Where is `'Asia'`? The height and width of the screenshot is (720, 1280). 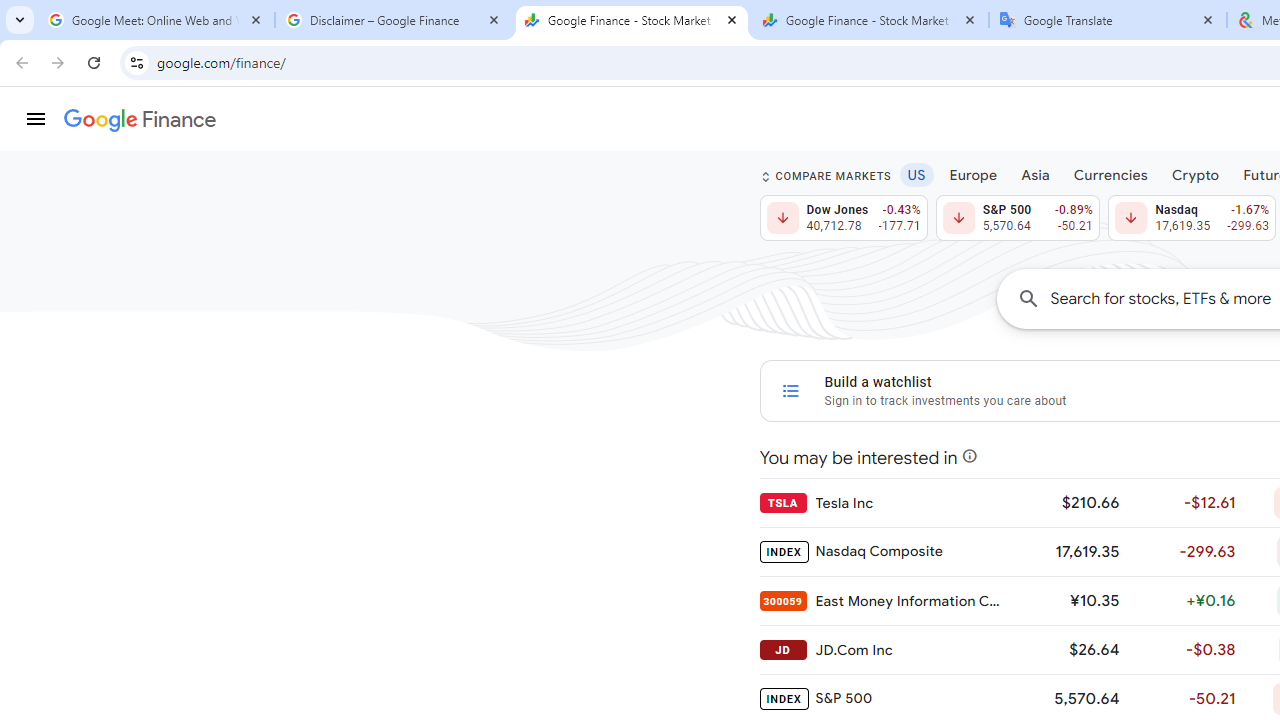
'Asia' is located at coordinates (1035, 173).